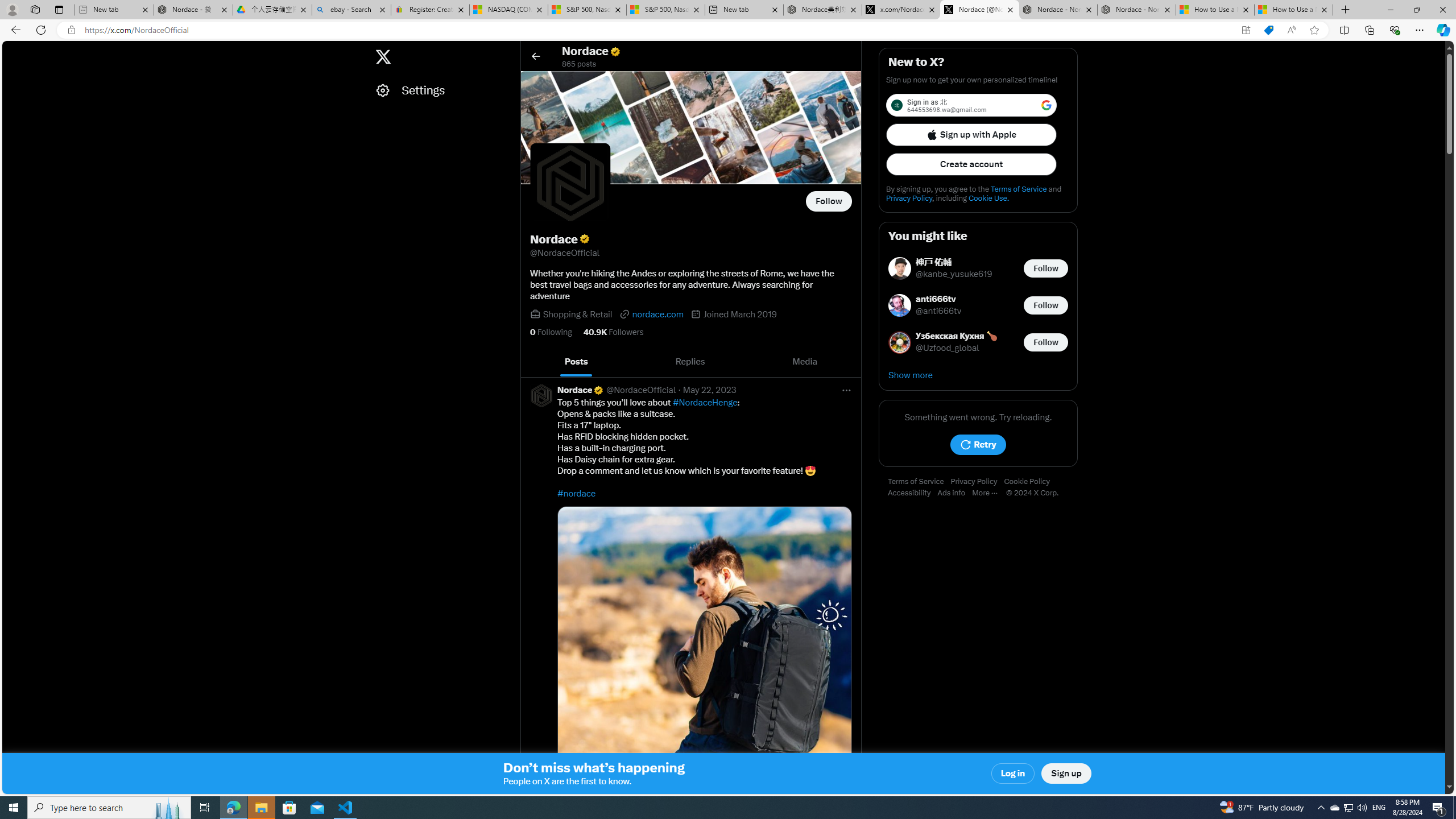 The width and height of the screenshot is (1456, 819). What do you see at coordinates (113, 9) in the screenshot?
I see `'New tab - Sleeping'` at bounding box center [113, 9].